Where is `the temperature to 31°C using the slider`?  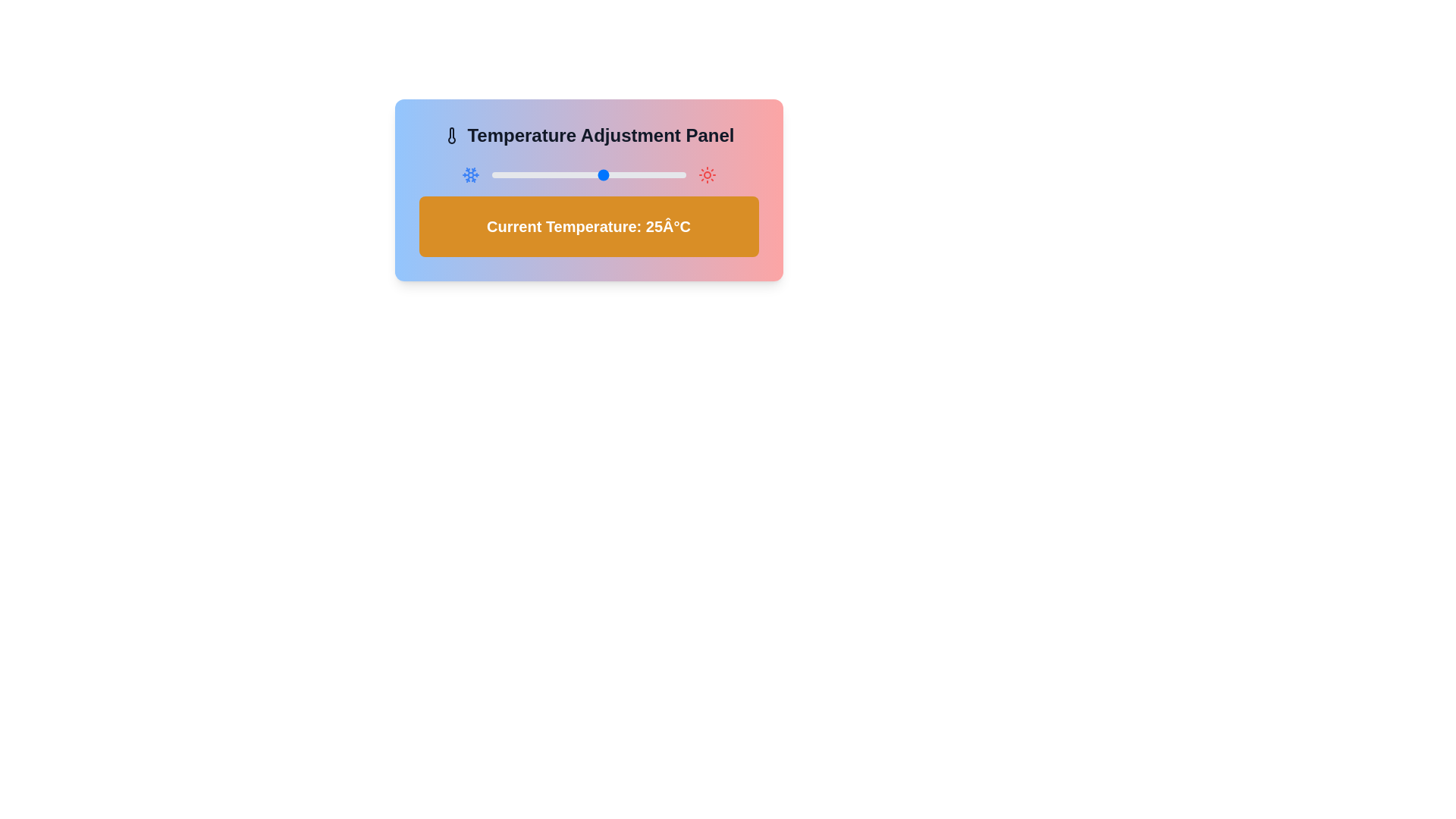
the temperature to 31°C using the slider is located at coordinates (624, 174).